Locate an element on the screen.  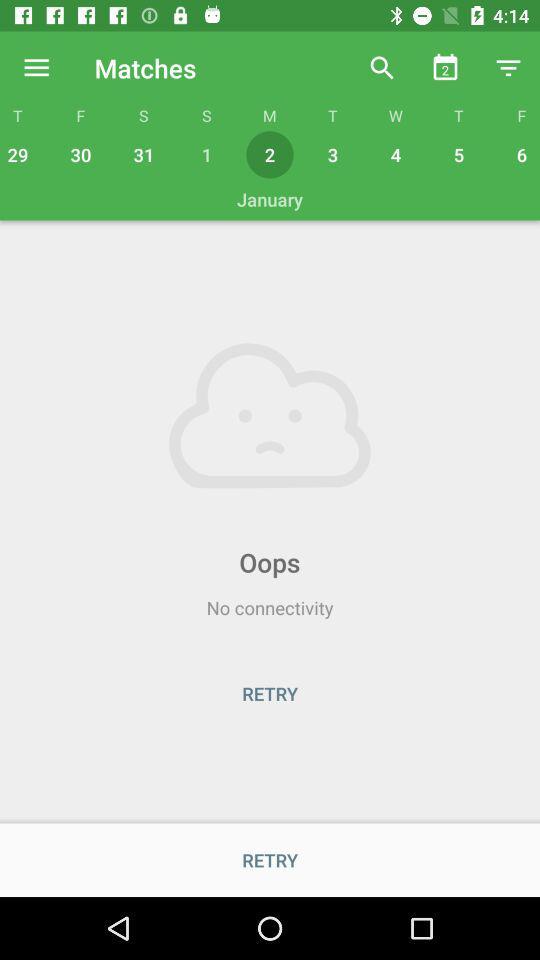
the 29 is located at coordinates (19, 153).